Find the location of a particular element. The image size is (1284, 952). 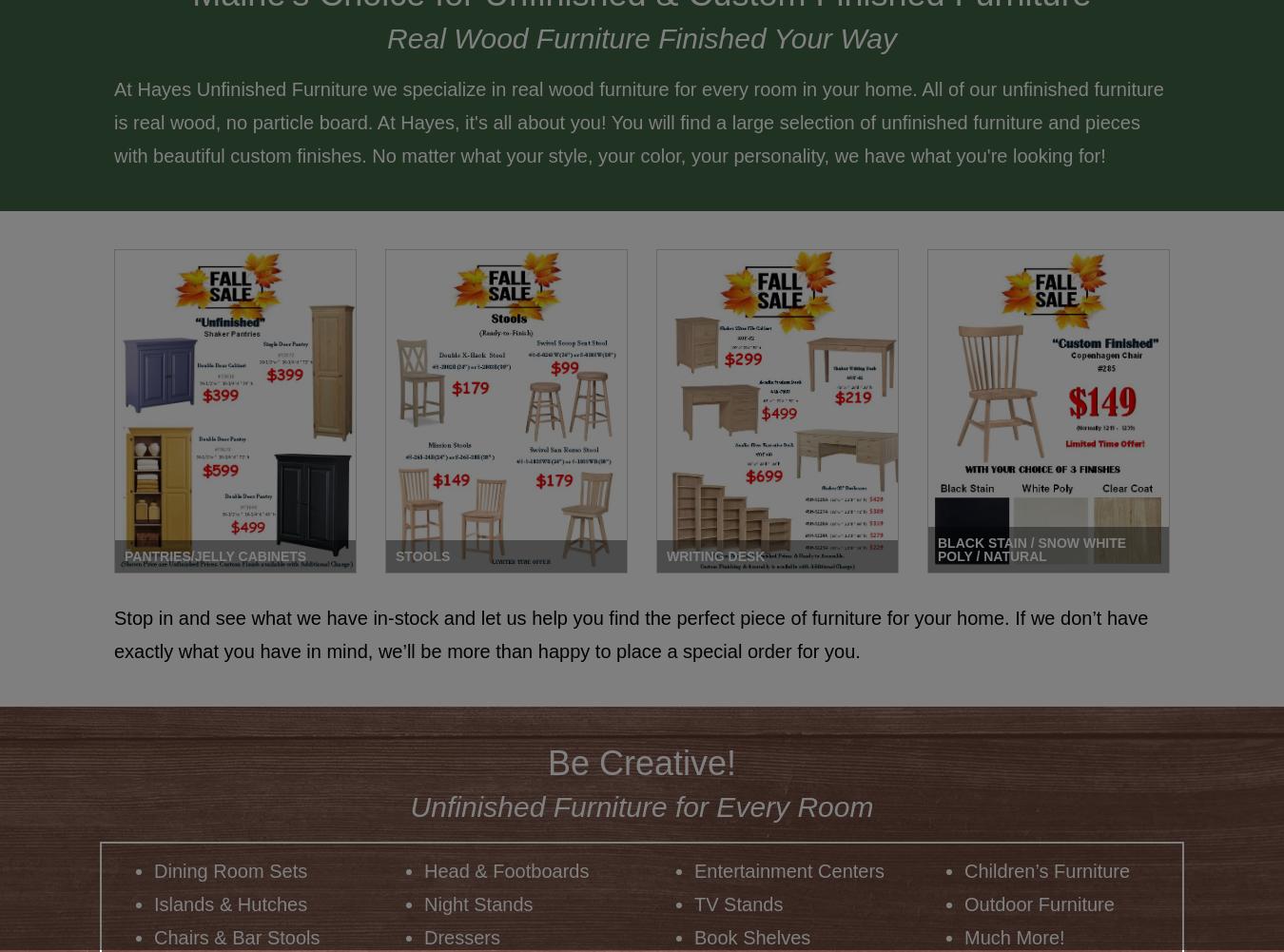

'Stop in and see what we have in-stock and let us help you find the perfect piece of furniture for your home. If we don’t have exactly 
                        what you have in mind, we’ll be more than happy to place a special order for you.' is located at coordinates (631, 632).